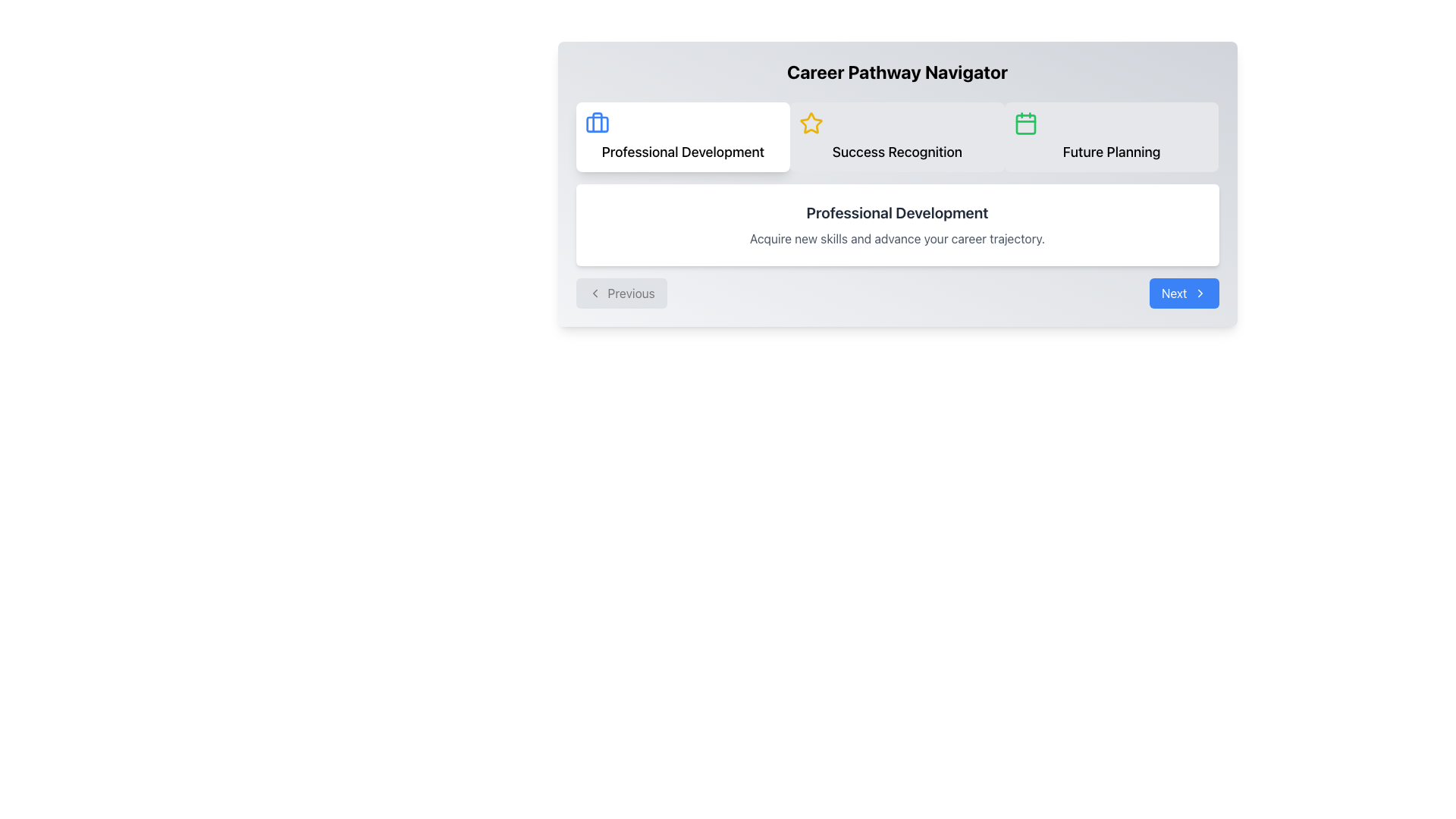  Describe the element at coordinates (1199, 293) in the screenshot. I see `the right-pointing chevron icon within the 'Next' button` at that location.